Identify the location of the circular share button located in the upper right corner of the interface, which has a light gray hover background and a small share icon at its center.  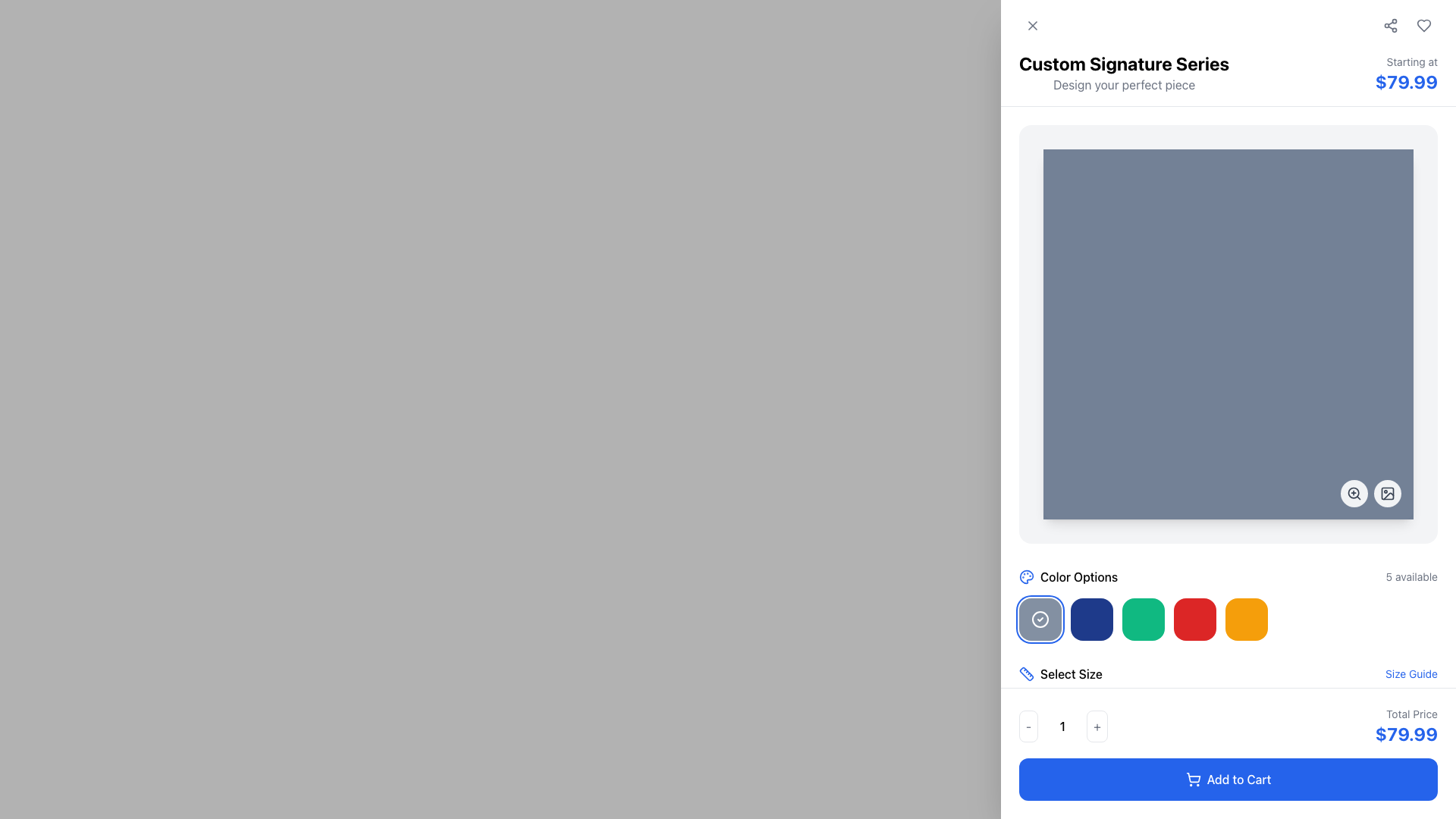
(1390, 26).